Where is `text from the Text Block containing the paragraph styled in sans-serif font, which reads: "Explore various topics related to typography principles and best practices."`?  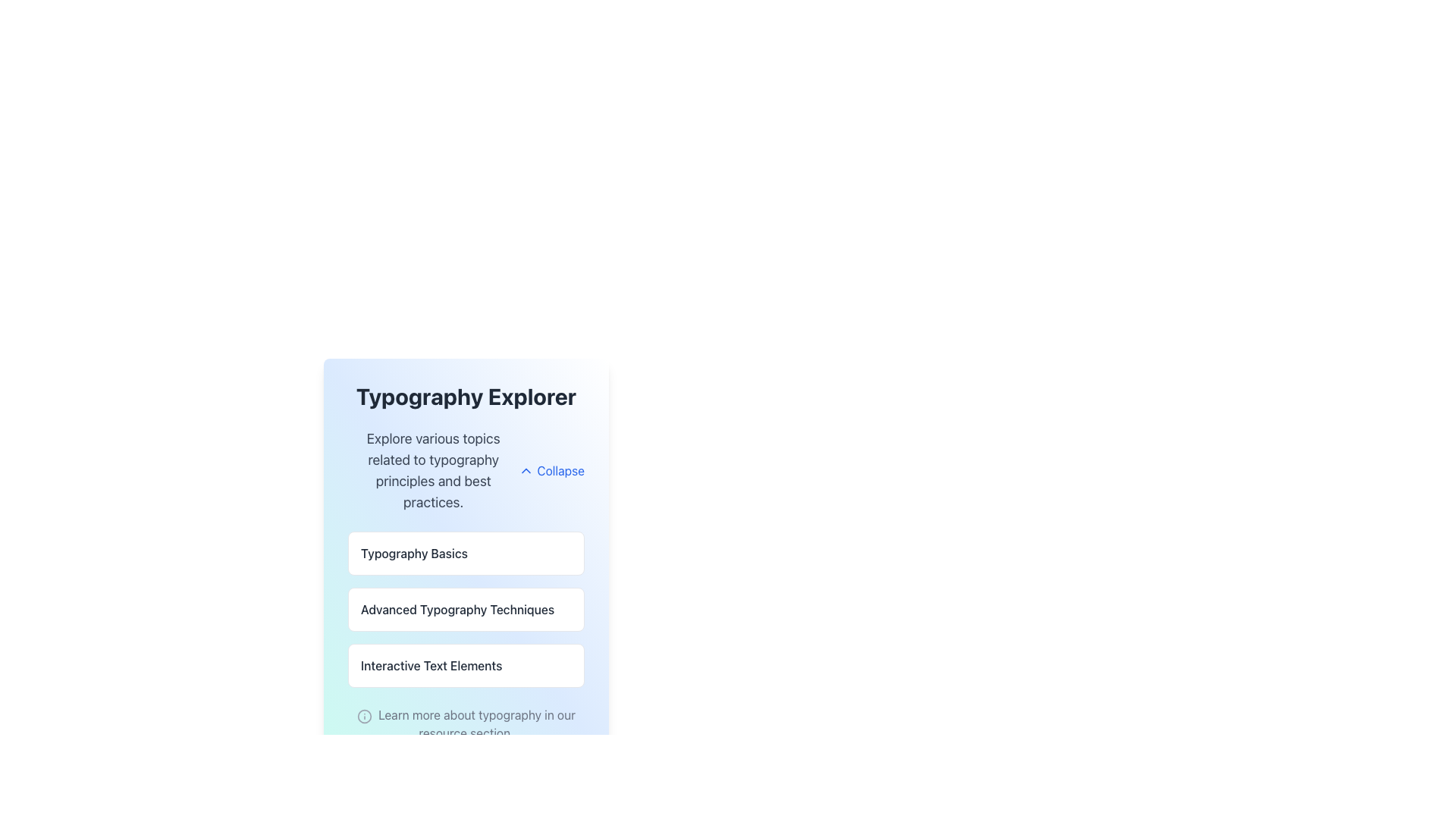
text from the Text Block containing the paragraph styled in sans-serif font, which reads: "Explore various topics related to typography principles and best practices." is located at coordinates (432, 470).